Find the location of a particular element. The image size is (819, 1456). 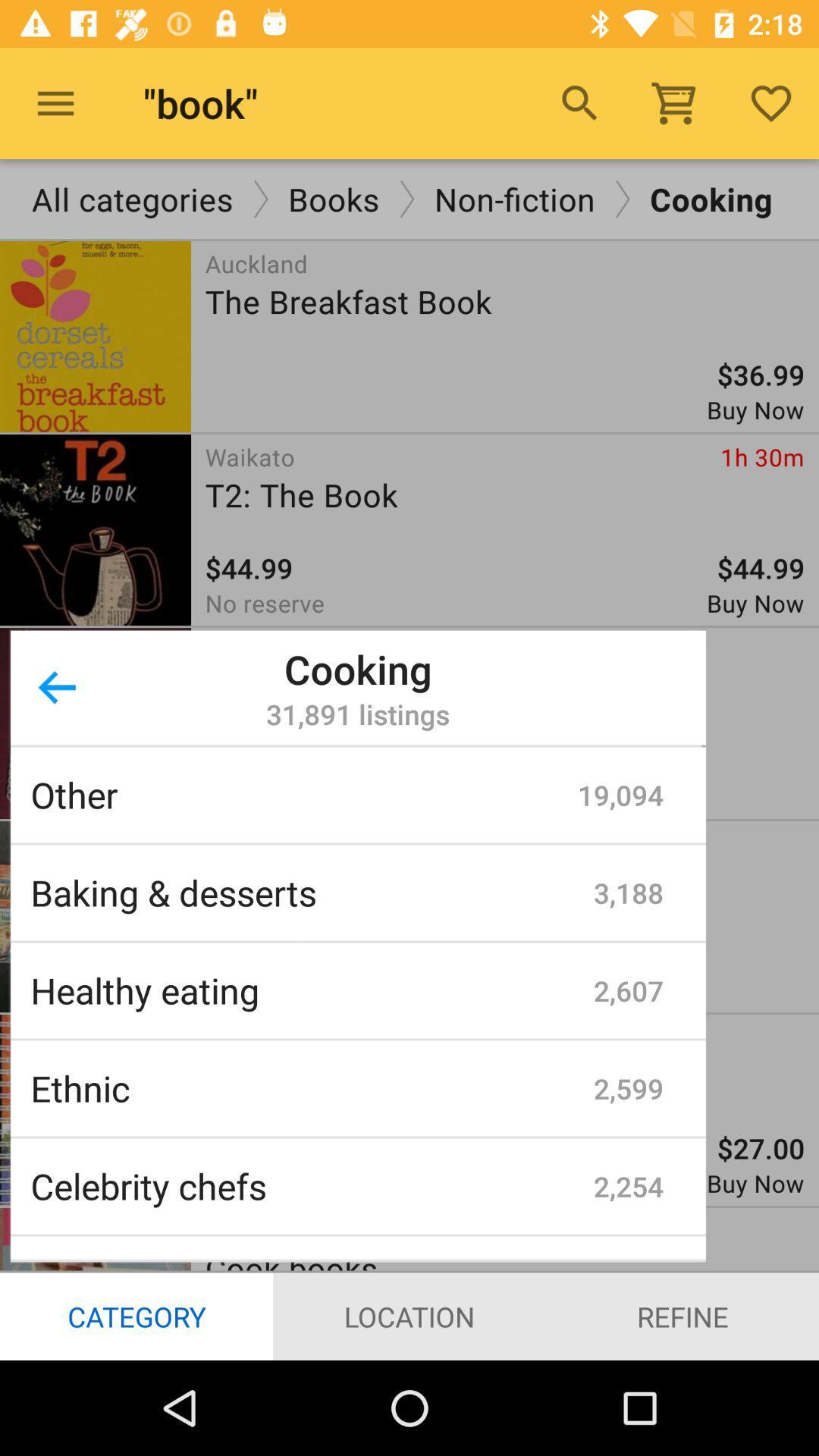

icon next to the 3,188 is located at coordinates (311, 893).